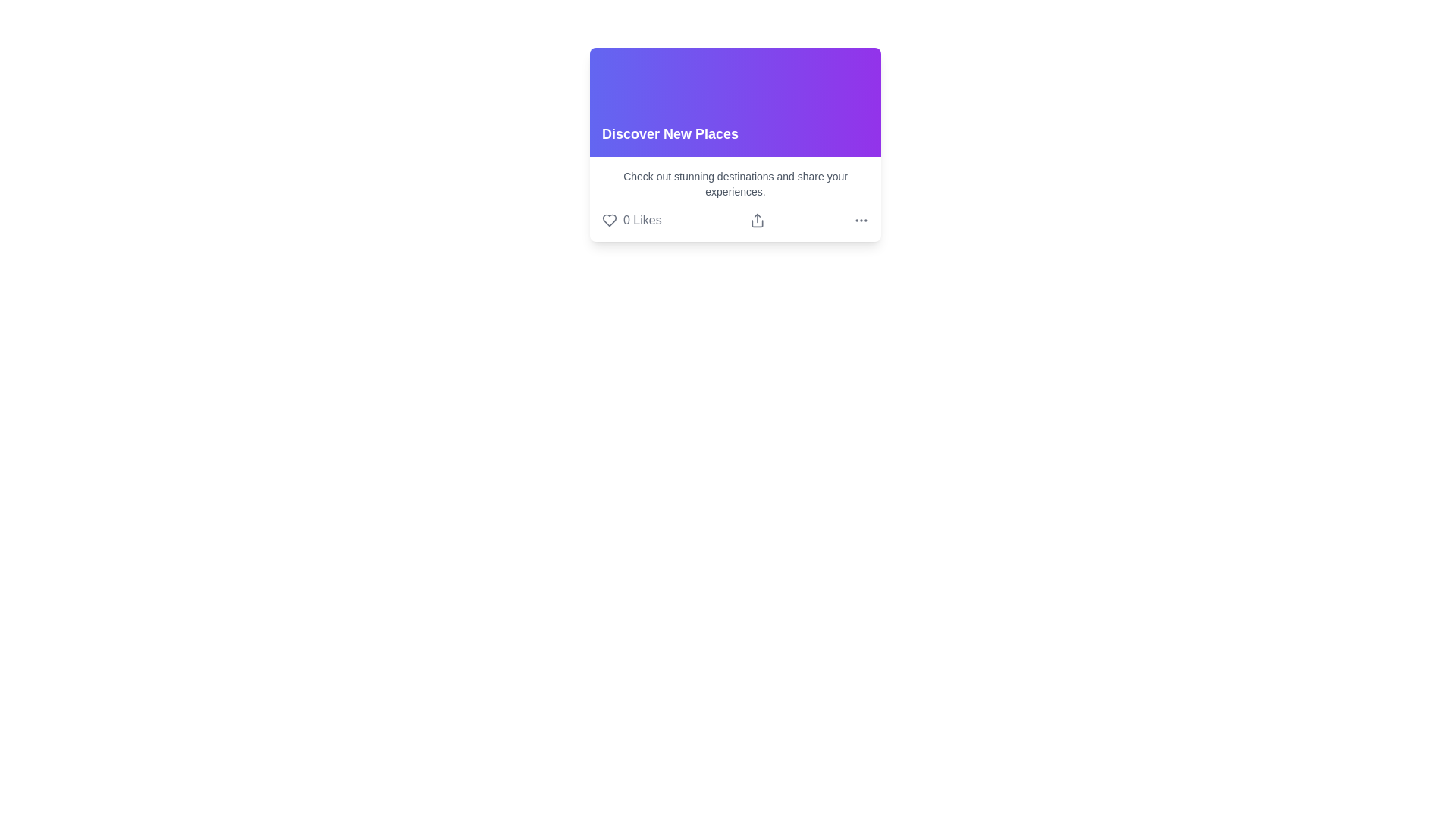  What do you see at coordinates (861, 220) in the screenshot?
I see `the circular ellipsis menu icon with three horizontally aligned dots in the lower right corner of the card interface` at bounding box center [861, 220].